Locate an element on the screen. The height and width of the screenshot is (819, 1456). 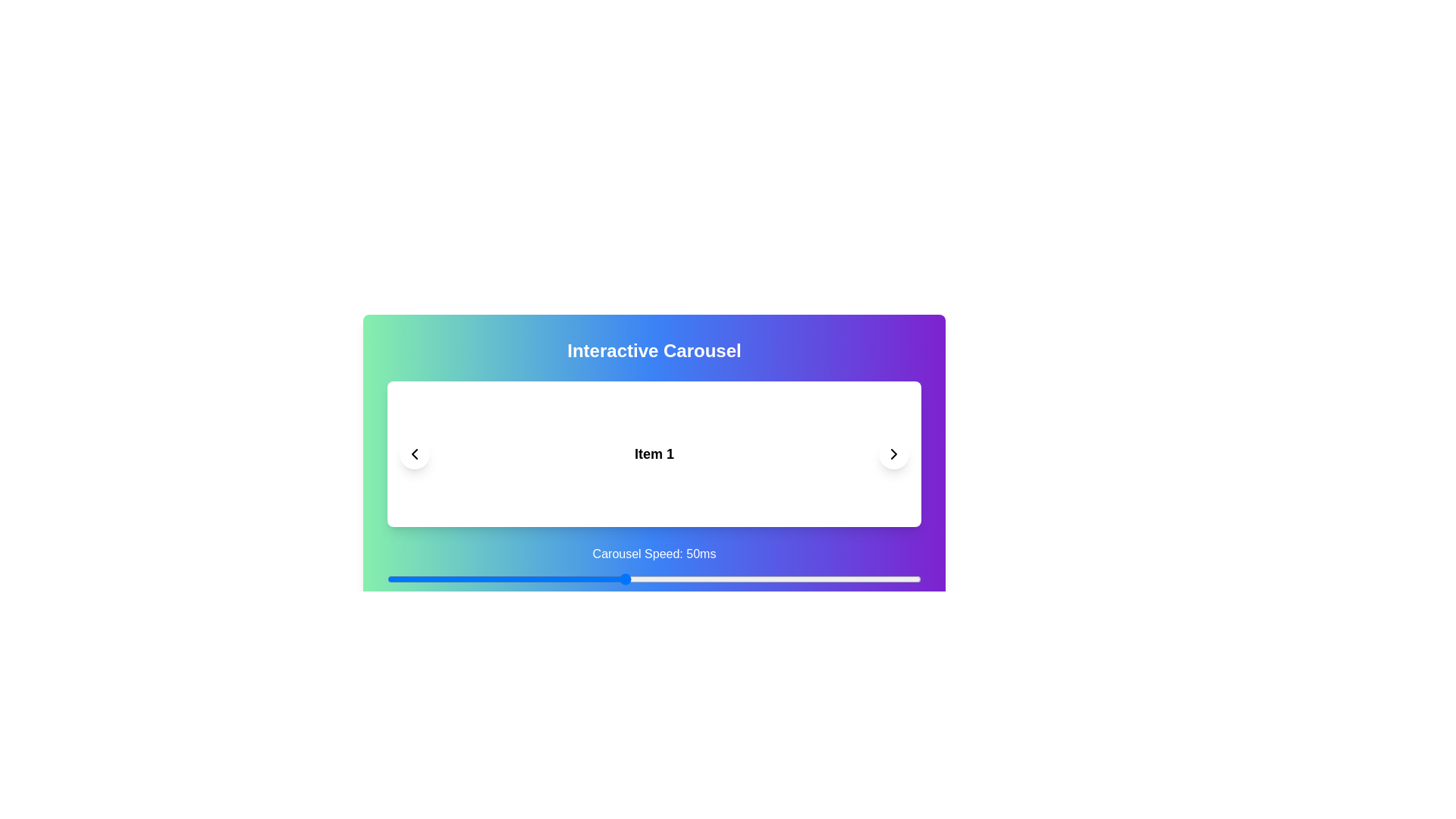
the carousel speed slider to 37 ms is located at coordinates (547, 579).